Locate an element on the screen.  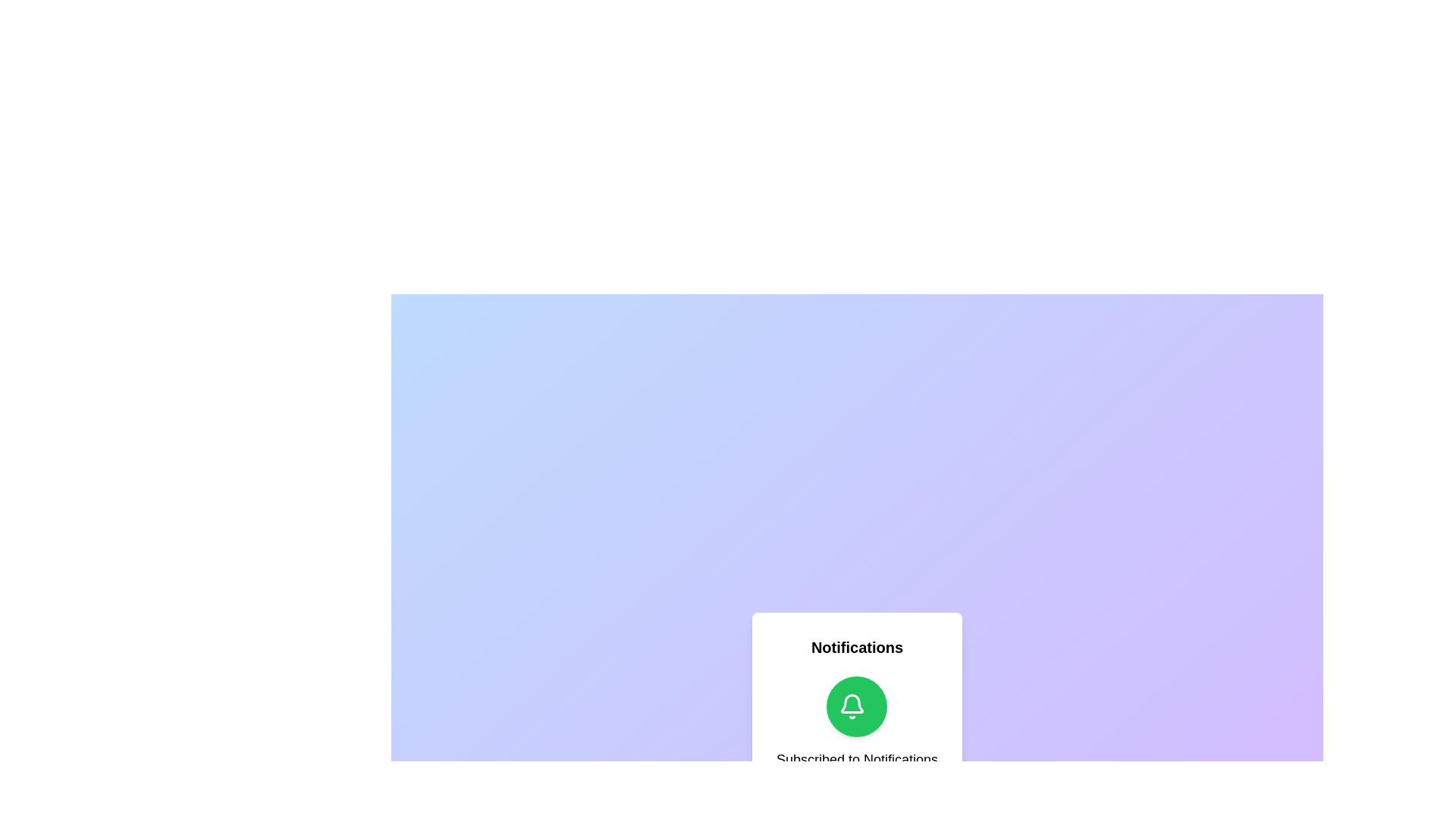
the circle button to toggle the notification subscription is located at coordinates (857, 707).